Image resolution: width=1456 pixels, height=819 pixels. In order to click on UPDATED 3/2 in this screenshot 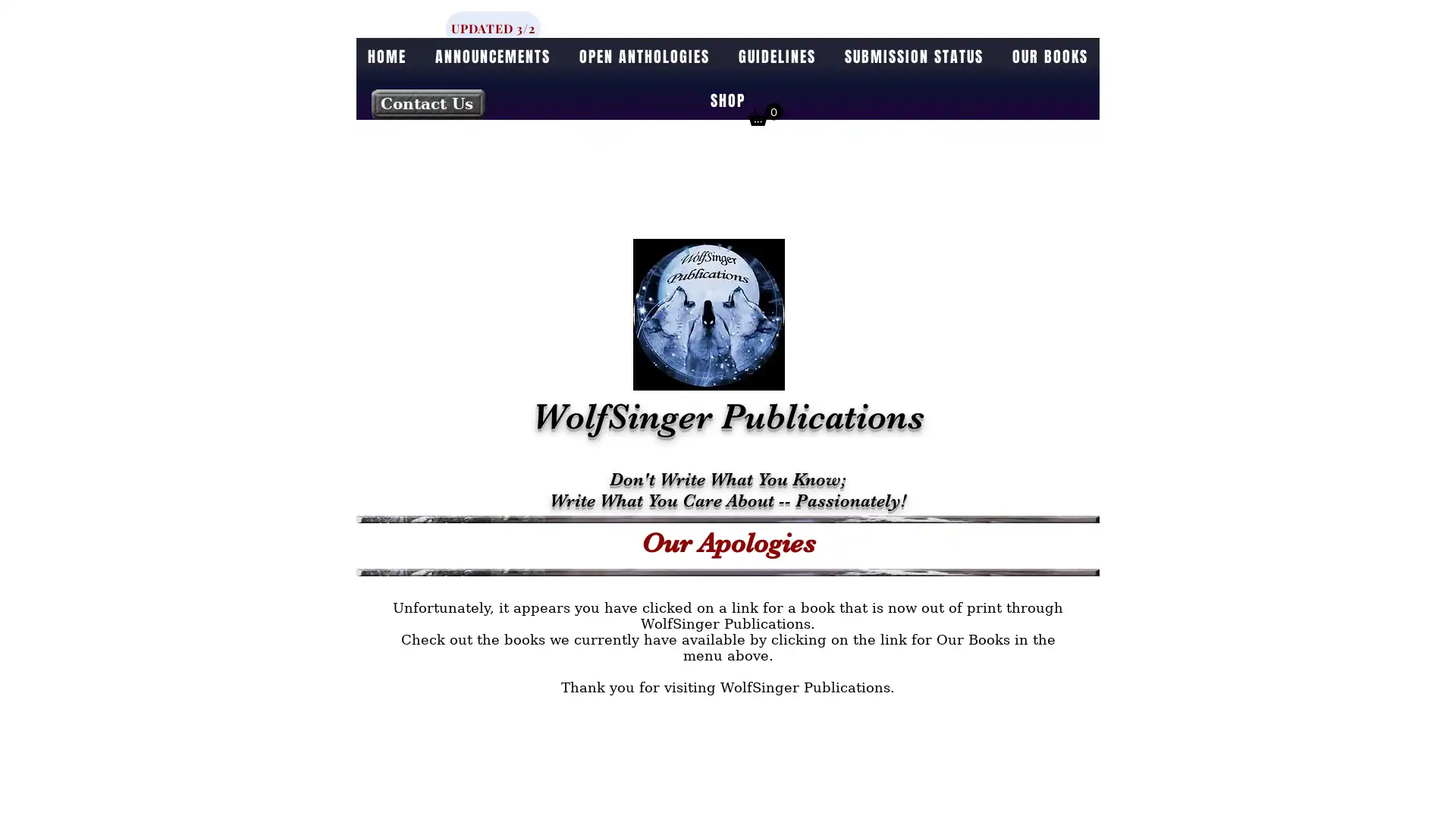, I will do `click(493, 28)`.